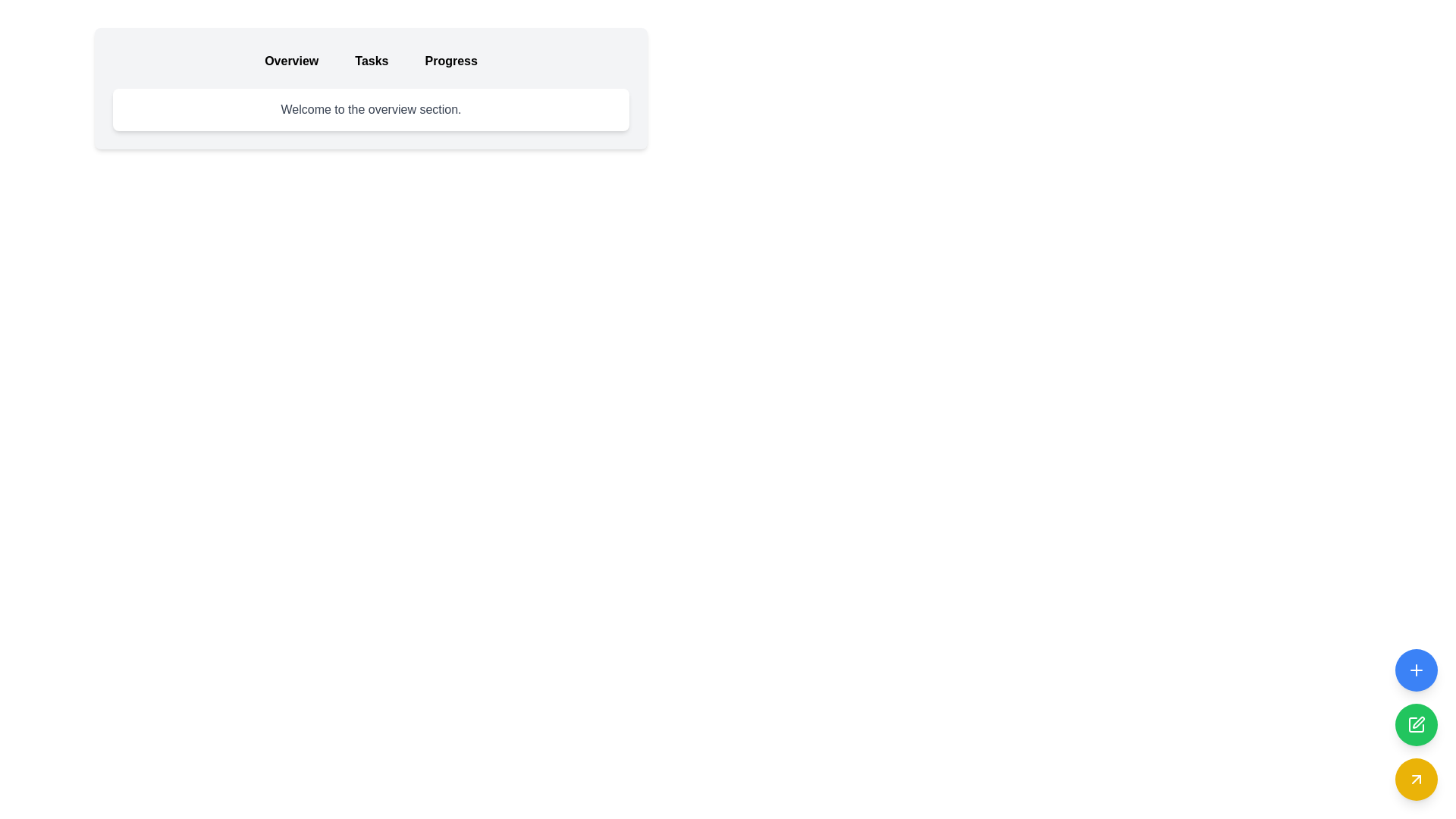 Image resolution: width=1456 pixels, height=819 pixels. Describe the element at coordinates (371, 61) in the screenshot. I see `the 'Tasks' item in the Navigation menu, which is the second of three items` at that location.